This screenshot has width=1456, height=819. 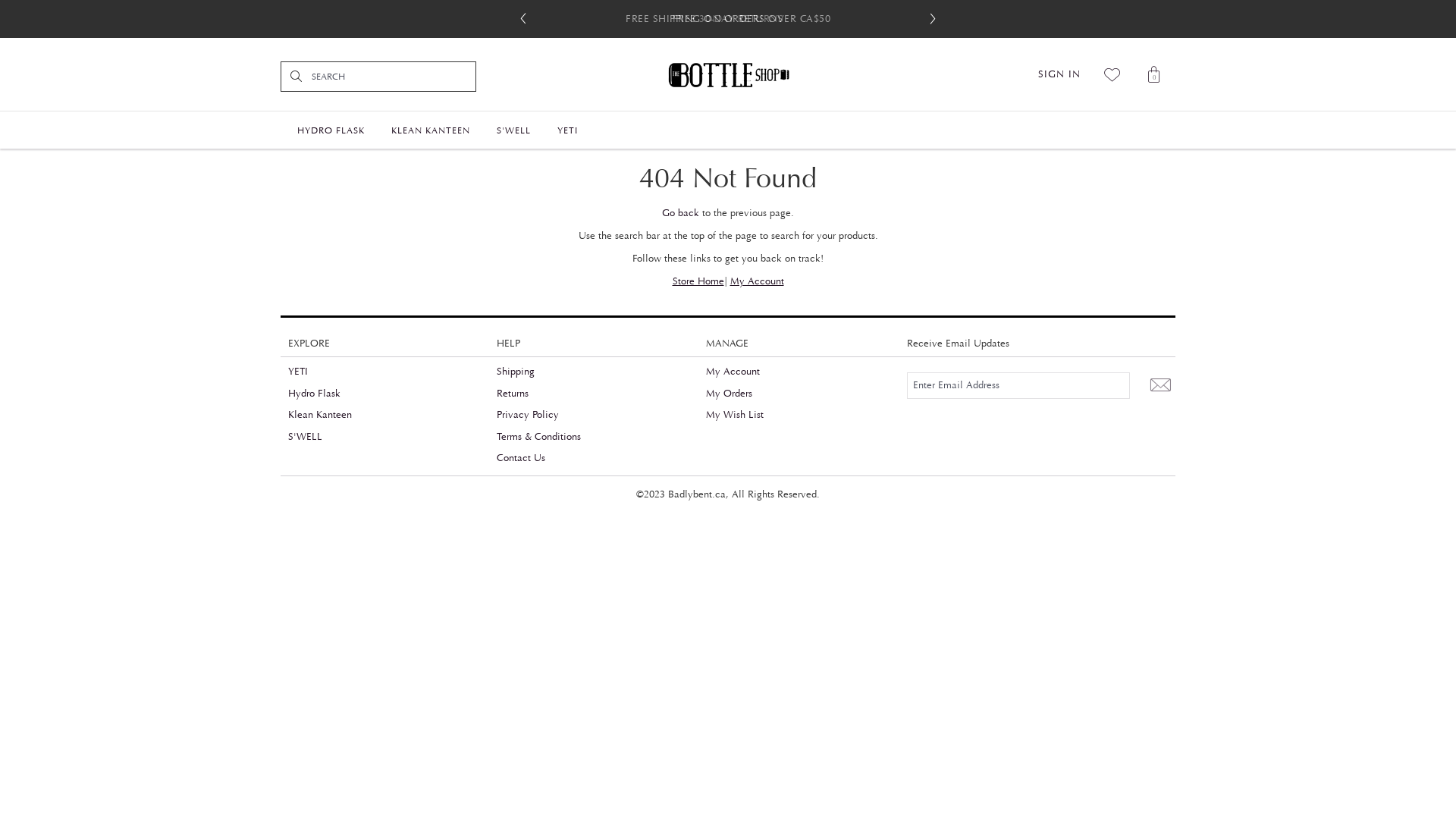 I want to click on 'My Account', so click(x=756, y=281).